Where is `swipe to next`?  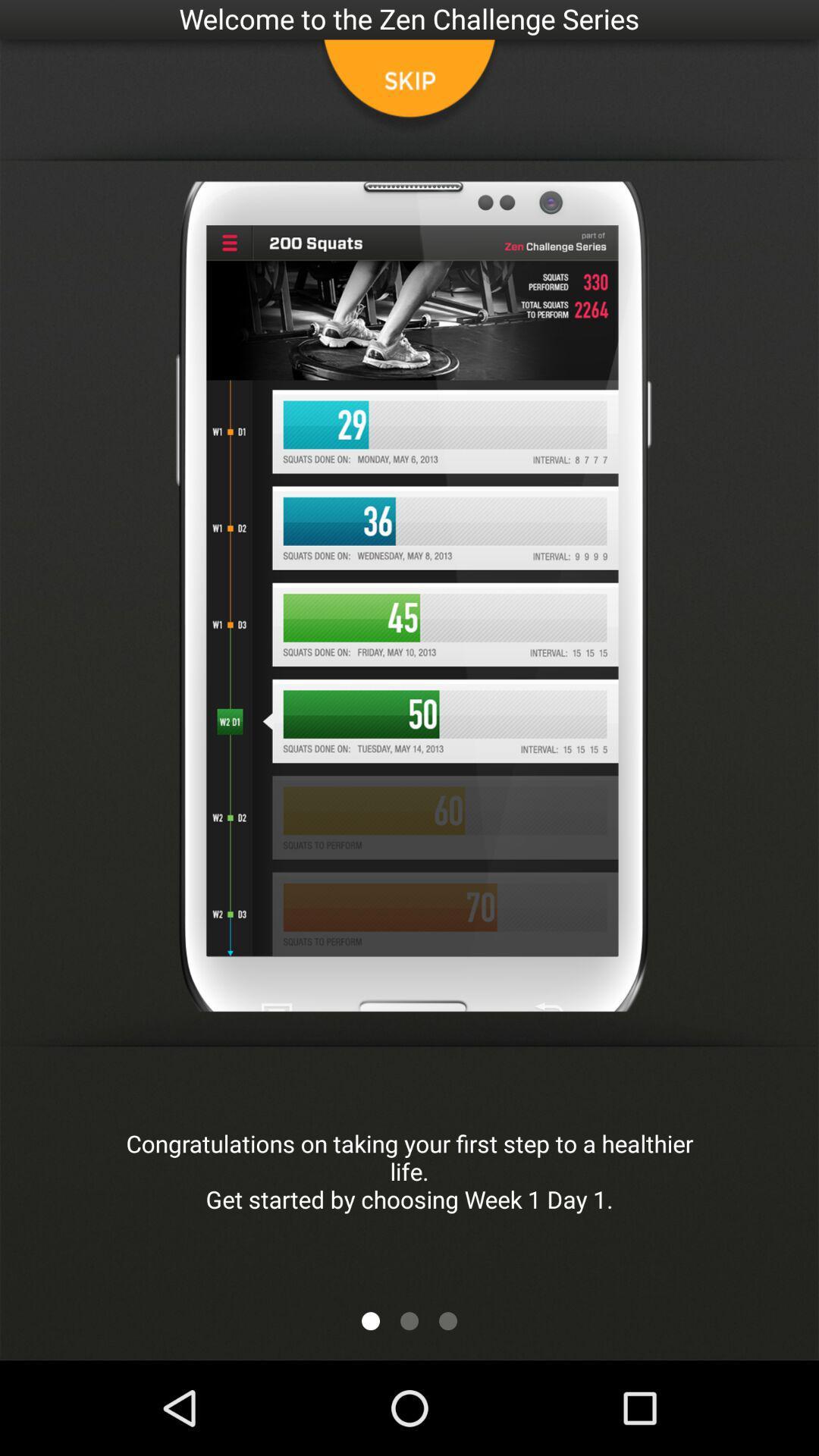
swipe to next is located at coordinates (409, 1320).